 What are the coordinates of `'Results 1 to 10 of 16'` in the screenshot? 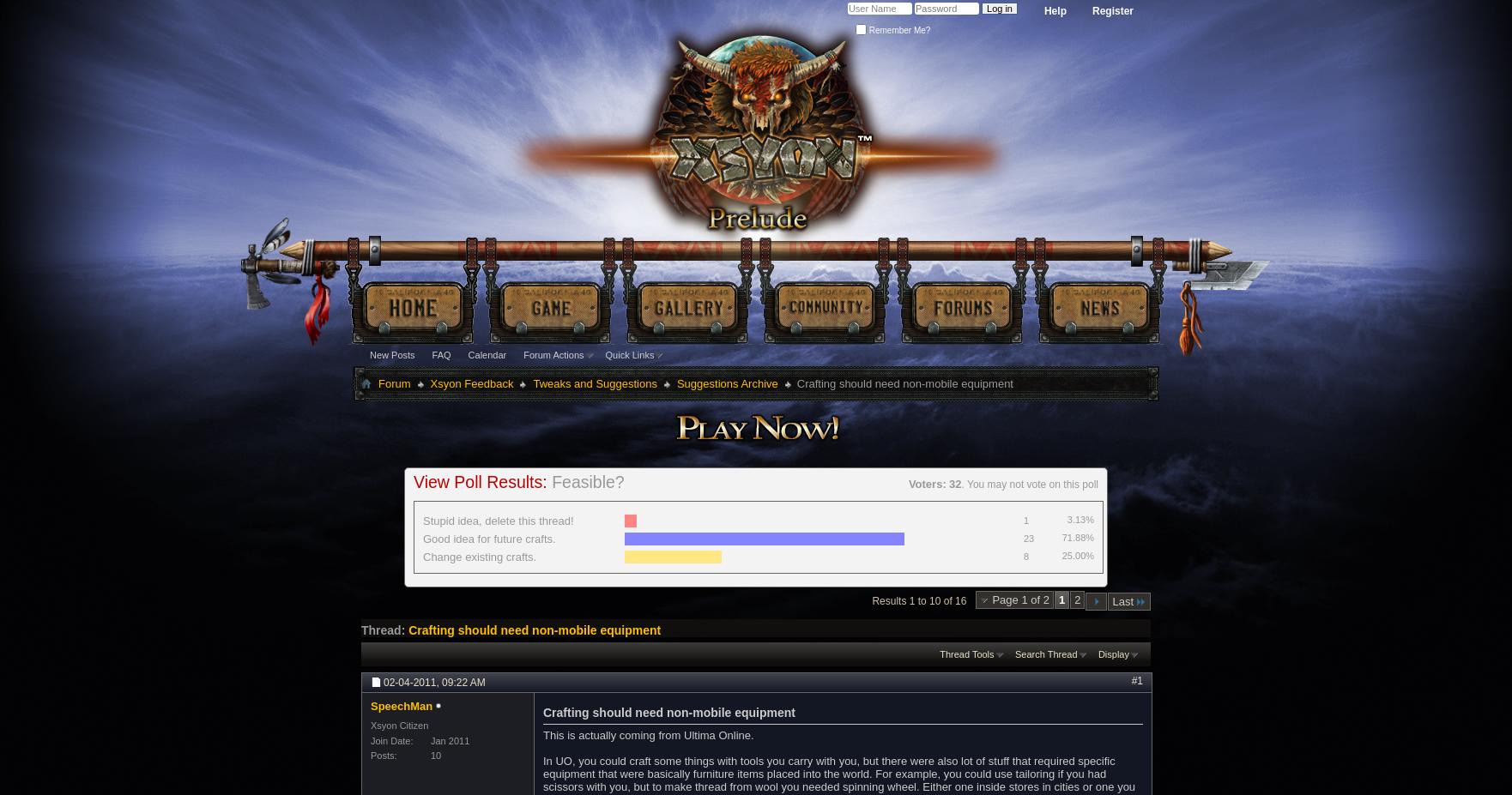 It's located at (918, 599).